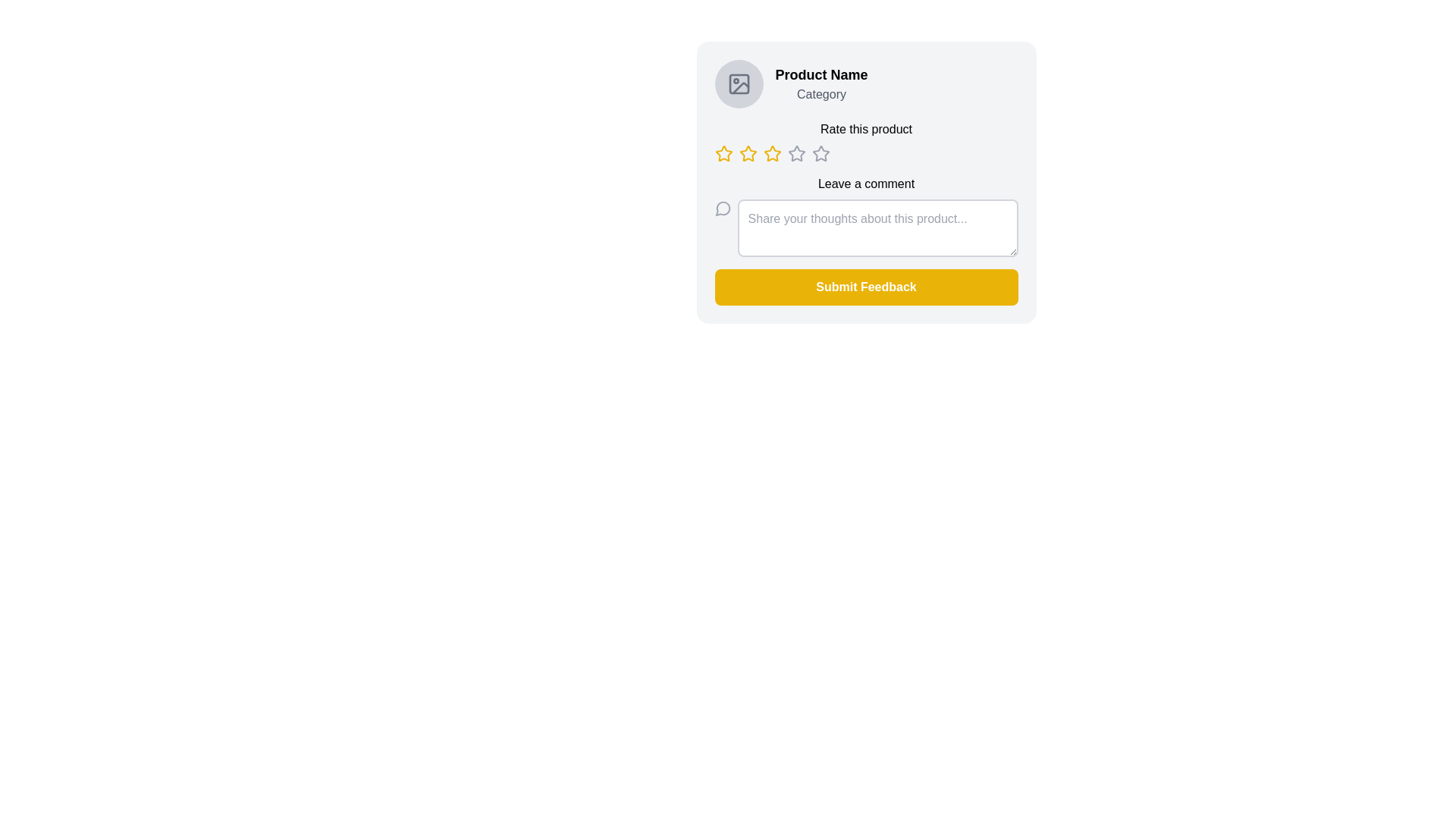 This screenshot has height=819, width=1456. Describe the element at coordinates (821, 94) in the screenshot. I see `the text label that reads 'Category', which is styled in light gray and located directly below 'Product Name'` at that location.